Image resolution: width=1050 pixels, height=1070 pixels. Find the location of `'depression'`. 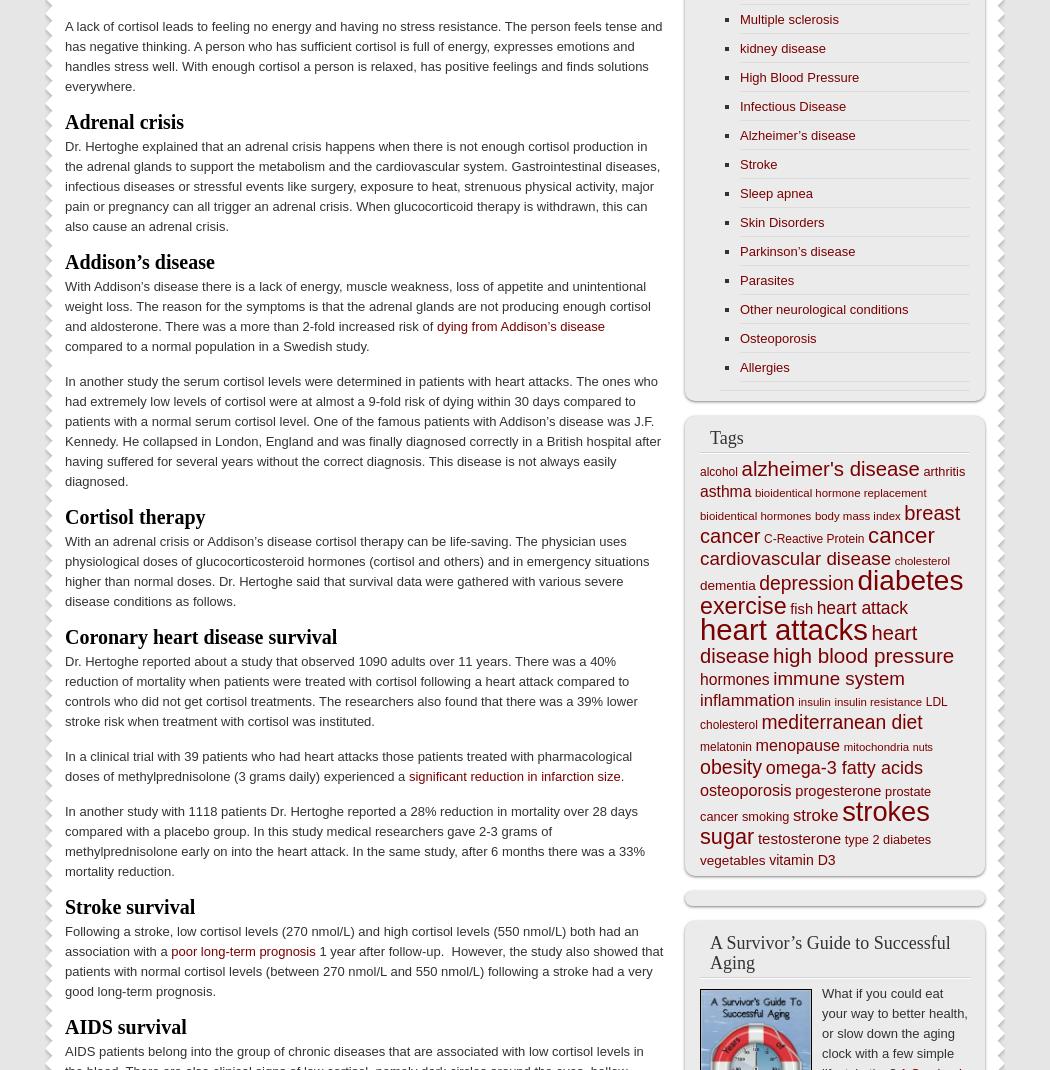

'depression' is located at coordinates (759, 582).